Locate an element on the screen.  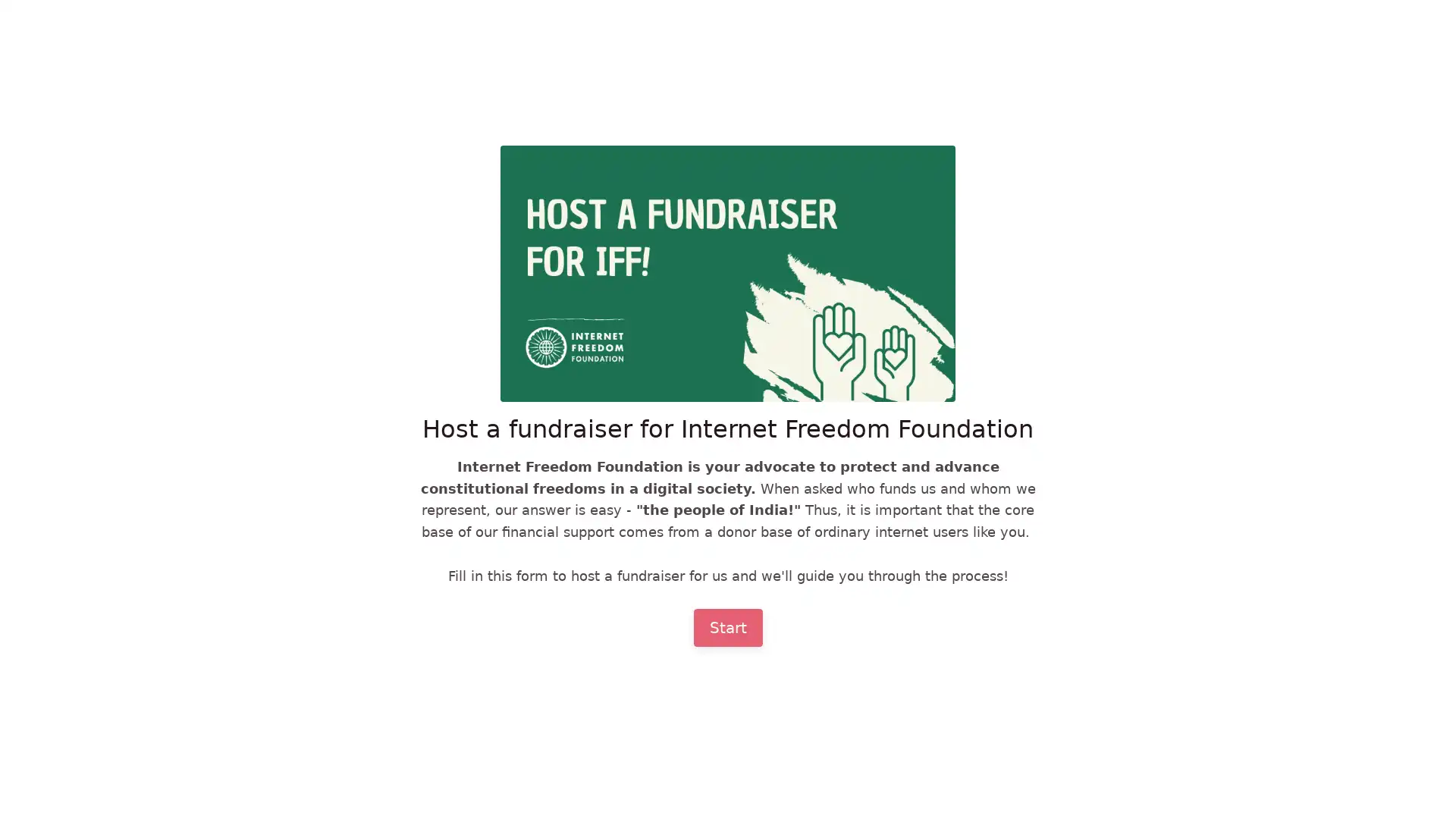
Start is located at coordinates (726, 626).